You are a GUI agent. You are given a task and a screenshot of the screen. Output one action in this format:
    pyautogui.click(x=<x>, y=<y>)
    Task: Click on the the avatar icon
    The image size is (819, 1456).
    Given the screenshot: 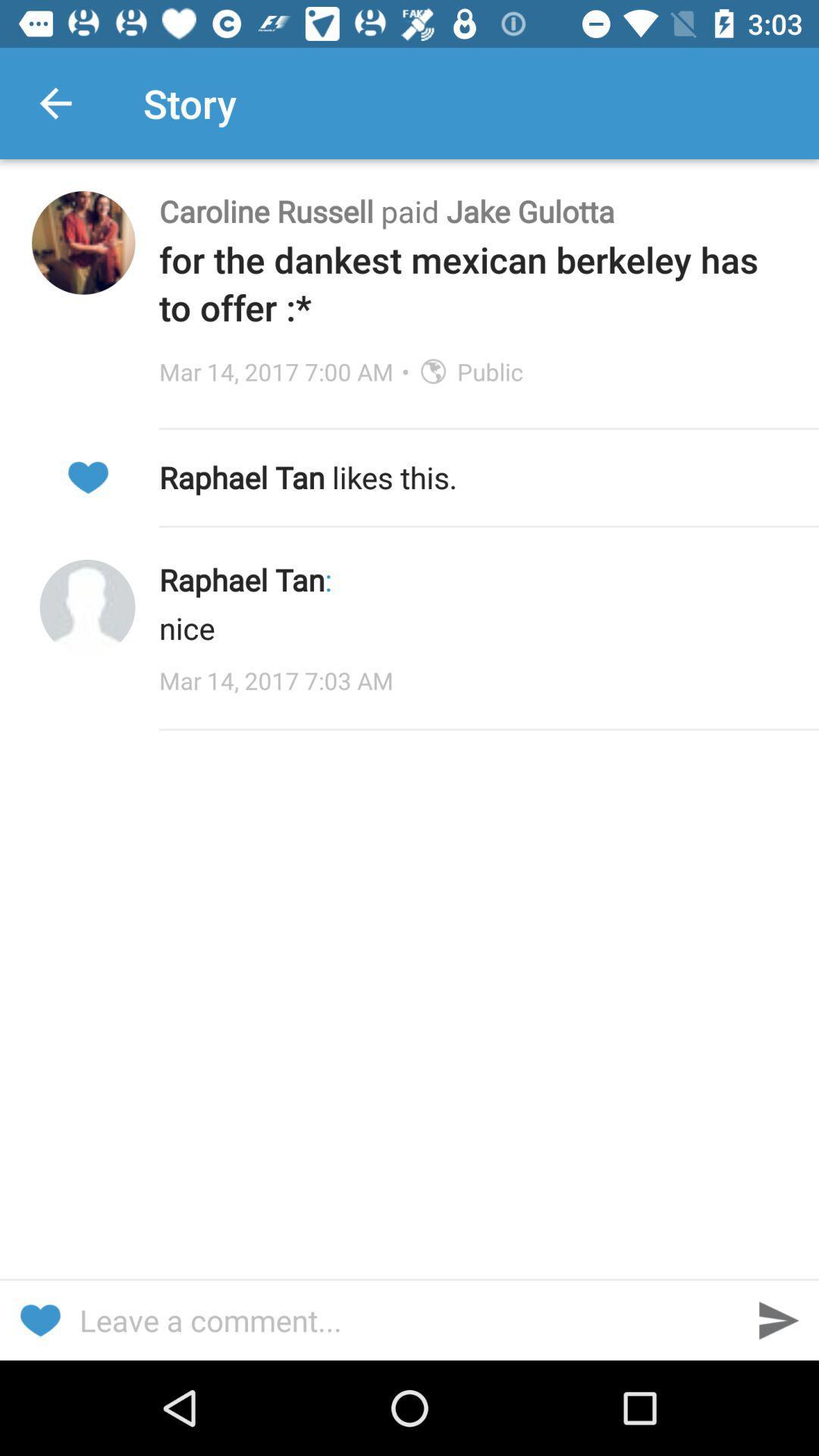 What is the action you would take?
    pyautogui.click(x=87, y=607)
    